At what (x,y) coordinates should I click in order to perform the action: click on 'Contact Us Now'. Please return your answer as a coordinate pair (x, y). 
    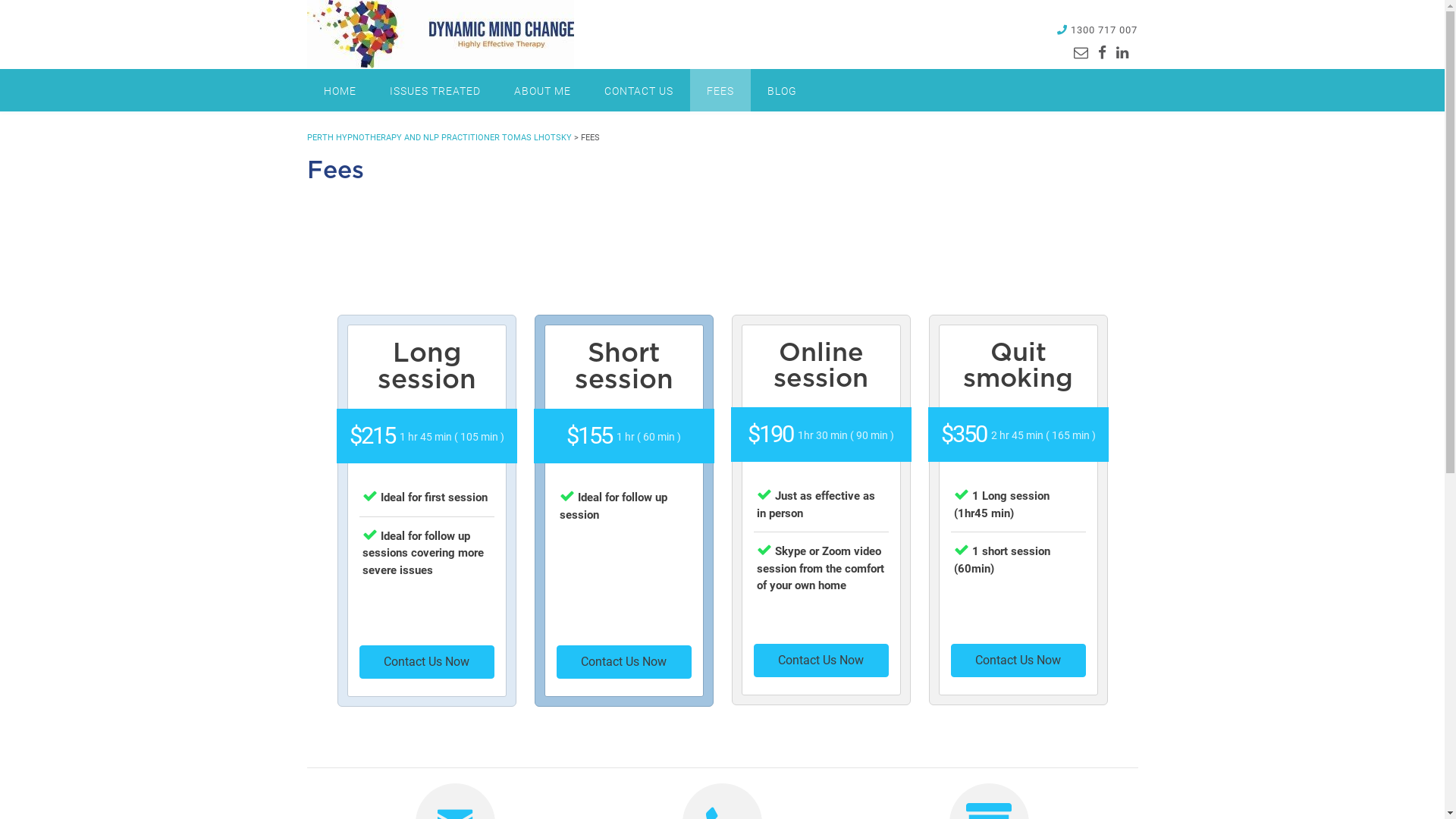
    Looking at the image, I should click on (425, 661).